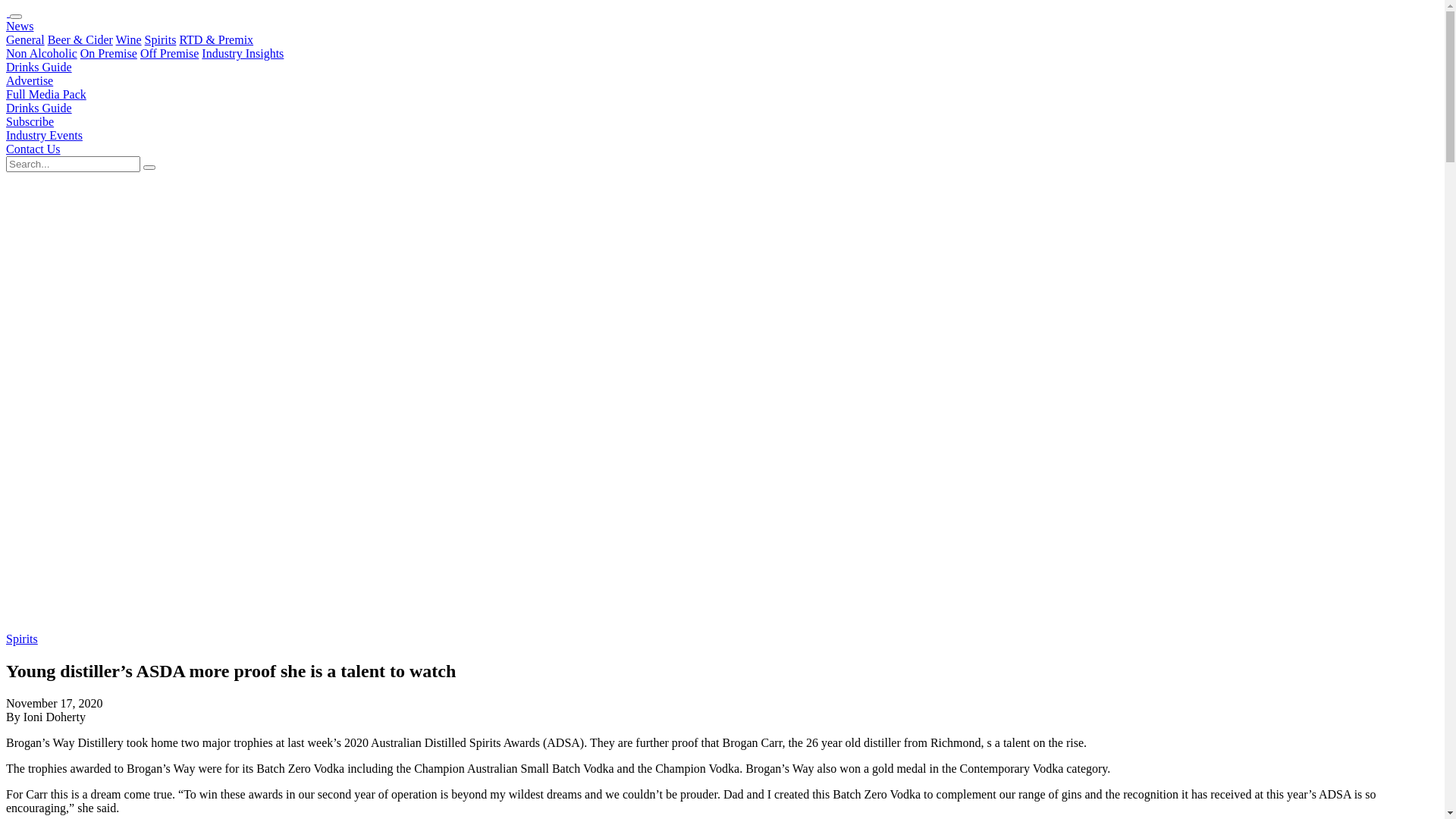  Describe the element at coordinates (6, 39) in the screenshot. I see `'General'` at that location.